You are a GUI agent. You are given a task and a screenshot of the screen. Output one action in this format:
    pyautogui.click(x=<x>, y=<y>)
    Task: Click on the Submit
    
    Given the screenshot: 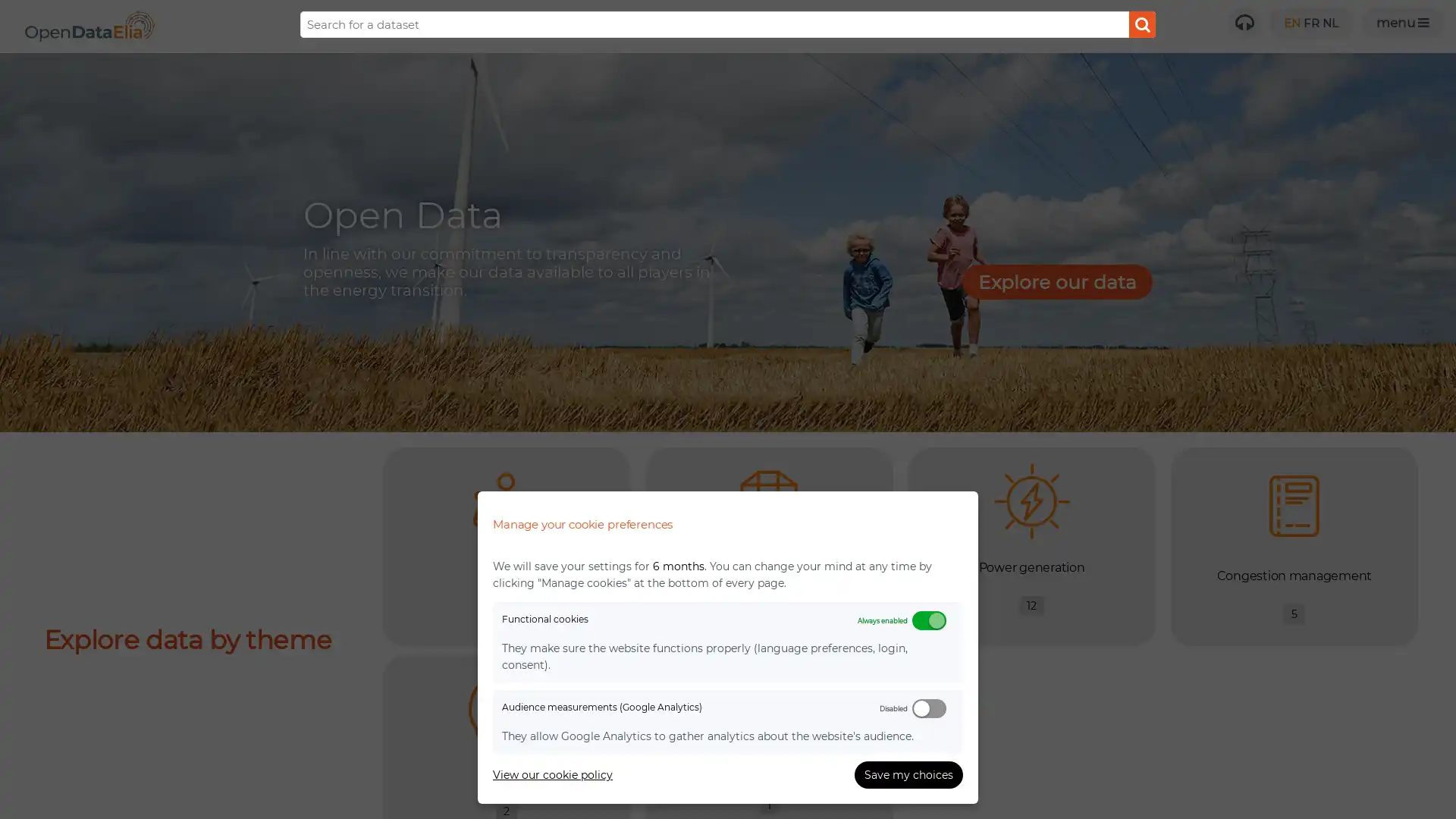 What is the action you would take?
    pyautogui.click(x=1142, y=24)
    